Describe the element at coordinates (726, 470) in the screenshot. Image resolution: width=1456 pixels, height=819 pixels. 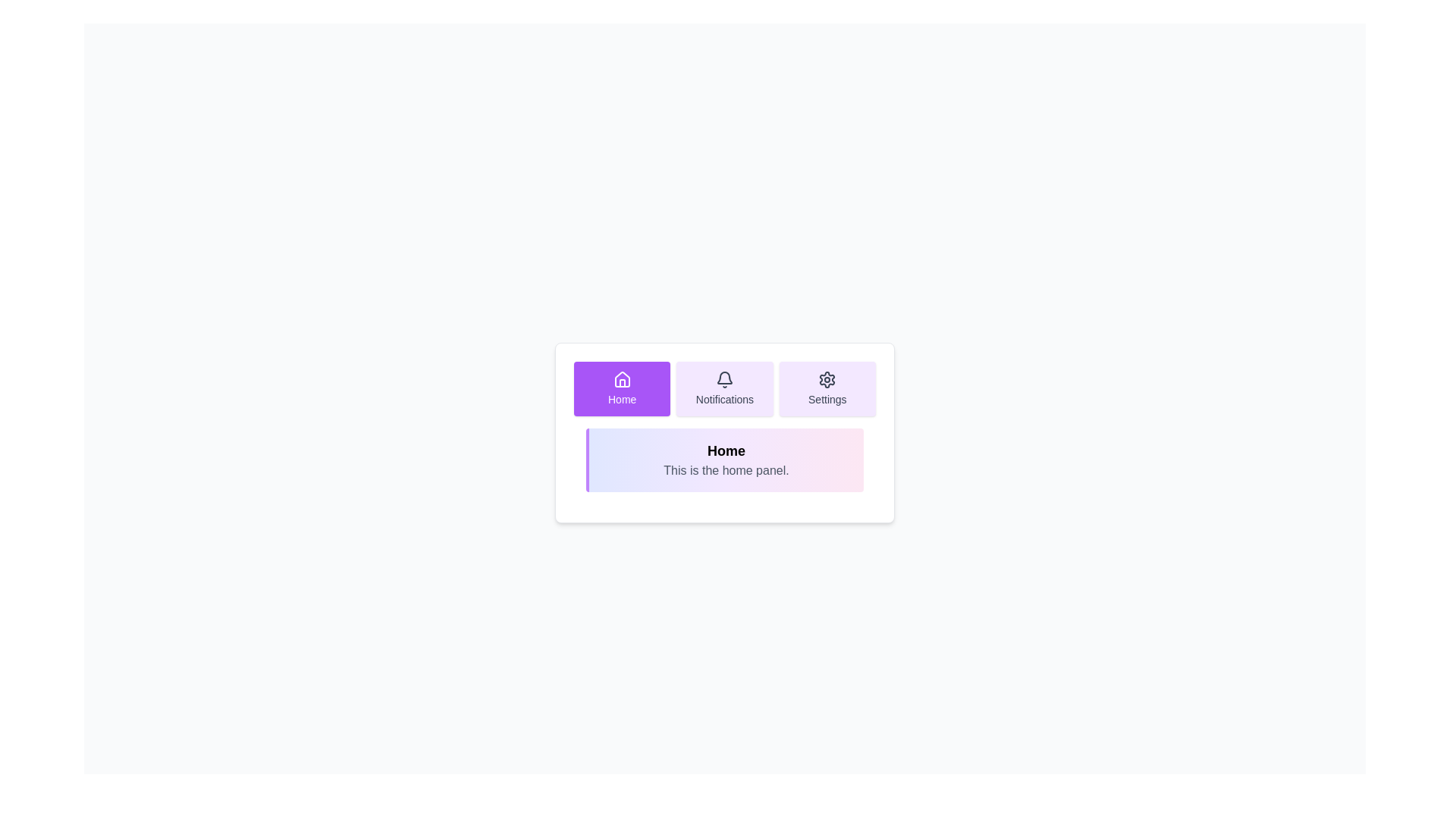
I see `the label that reads 'This is the home panel.' which is styled with a gray color and is positioned below the 'Home' title text` at that location.